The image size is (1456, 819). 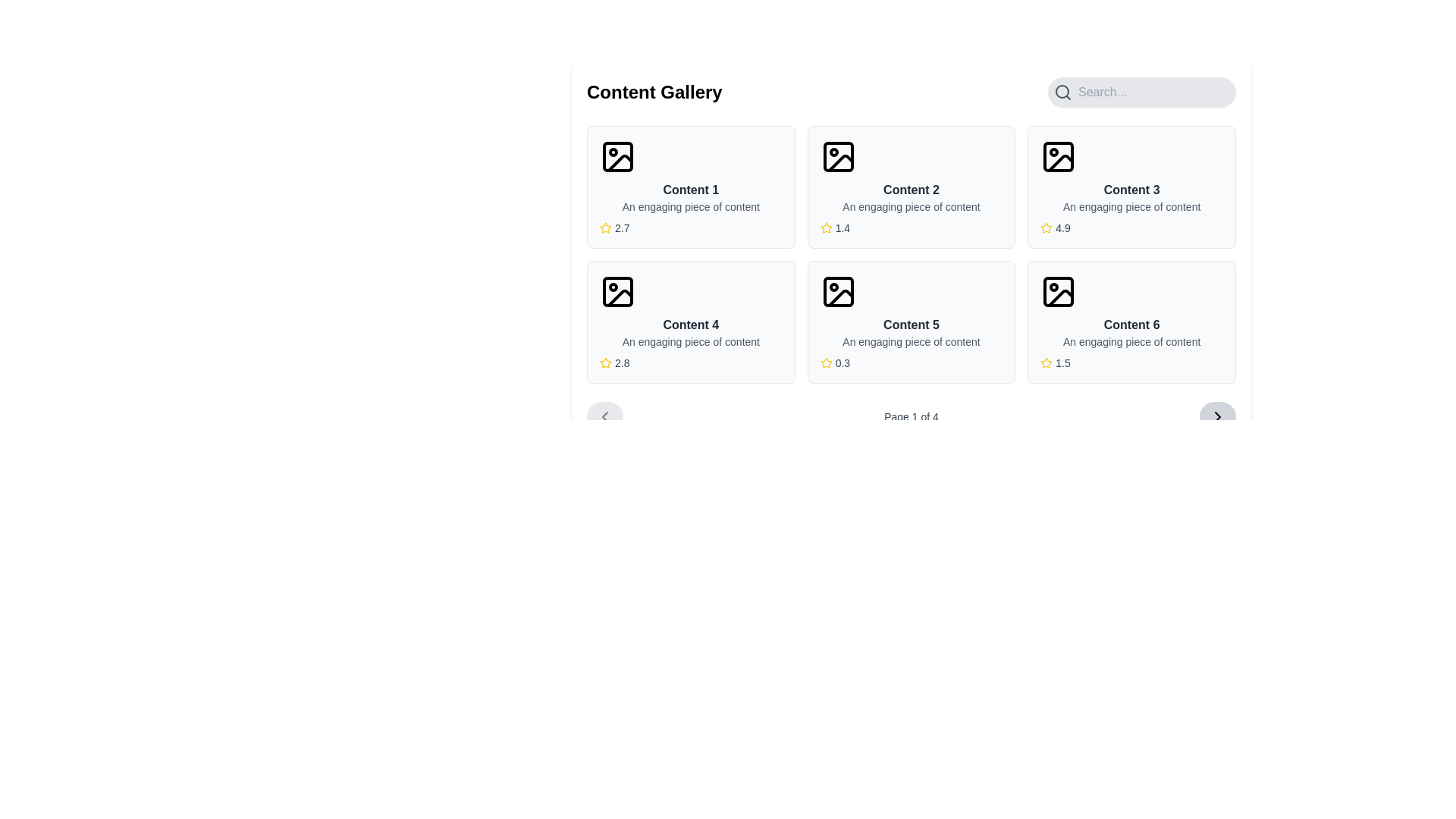 I want to click on the 'Content 4' label displayed in dark gray, bold font, which is centrally positioned within the content card in the second row and first column of the grid layout, so click(x=690, y=324).